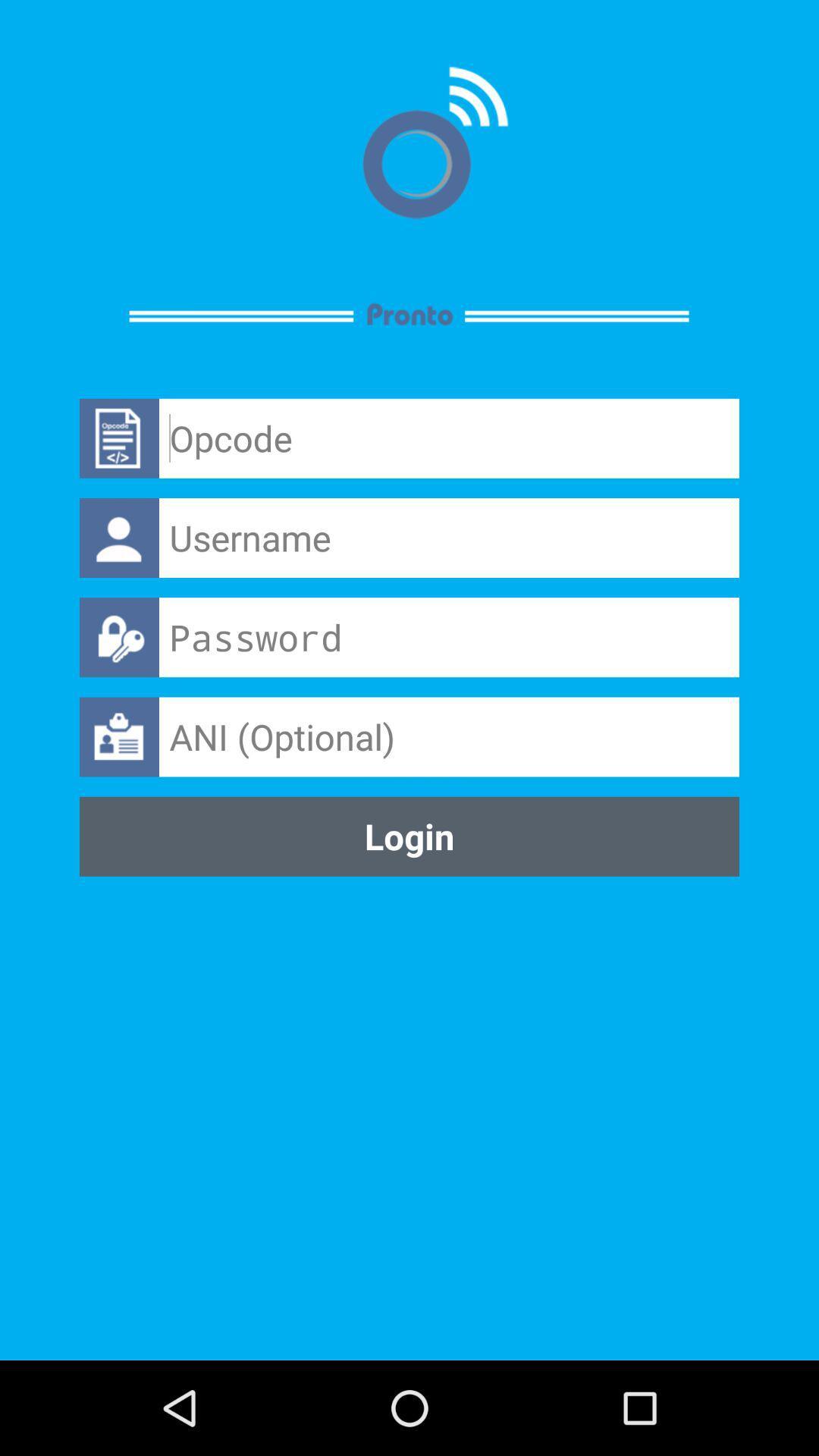  Describe the element at coordinates (448, 538) in the screenshot. I see `username input` at that location.